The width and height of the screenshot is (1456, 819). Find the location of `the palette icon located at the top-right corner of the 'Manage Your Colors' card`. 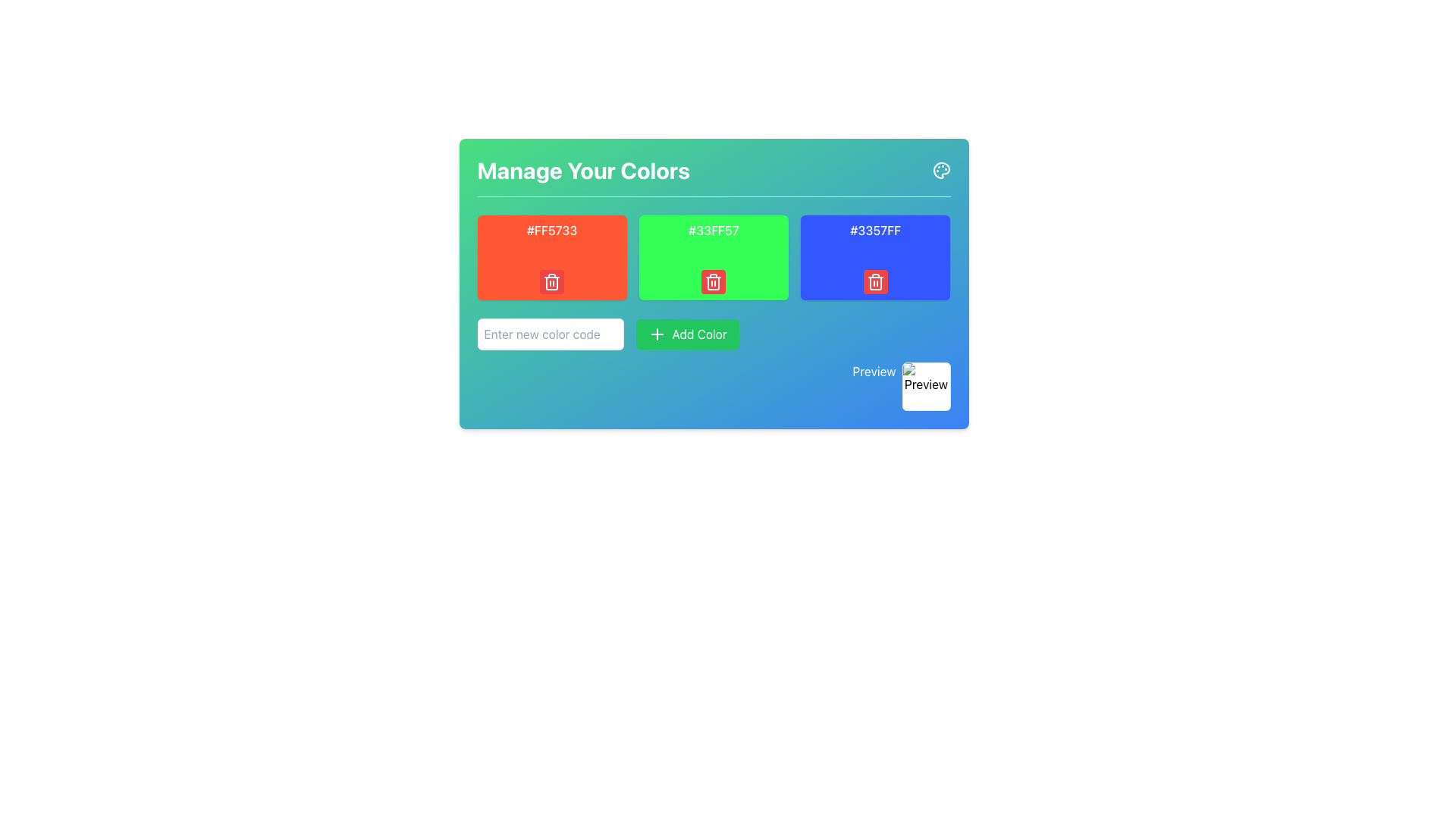

the palette icon located at the top-right corner of the 'Manage Your Colors' card is located at coordinates (940, 170).